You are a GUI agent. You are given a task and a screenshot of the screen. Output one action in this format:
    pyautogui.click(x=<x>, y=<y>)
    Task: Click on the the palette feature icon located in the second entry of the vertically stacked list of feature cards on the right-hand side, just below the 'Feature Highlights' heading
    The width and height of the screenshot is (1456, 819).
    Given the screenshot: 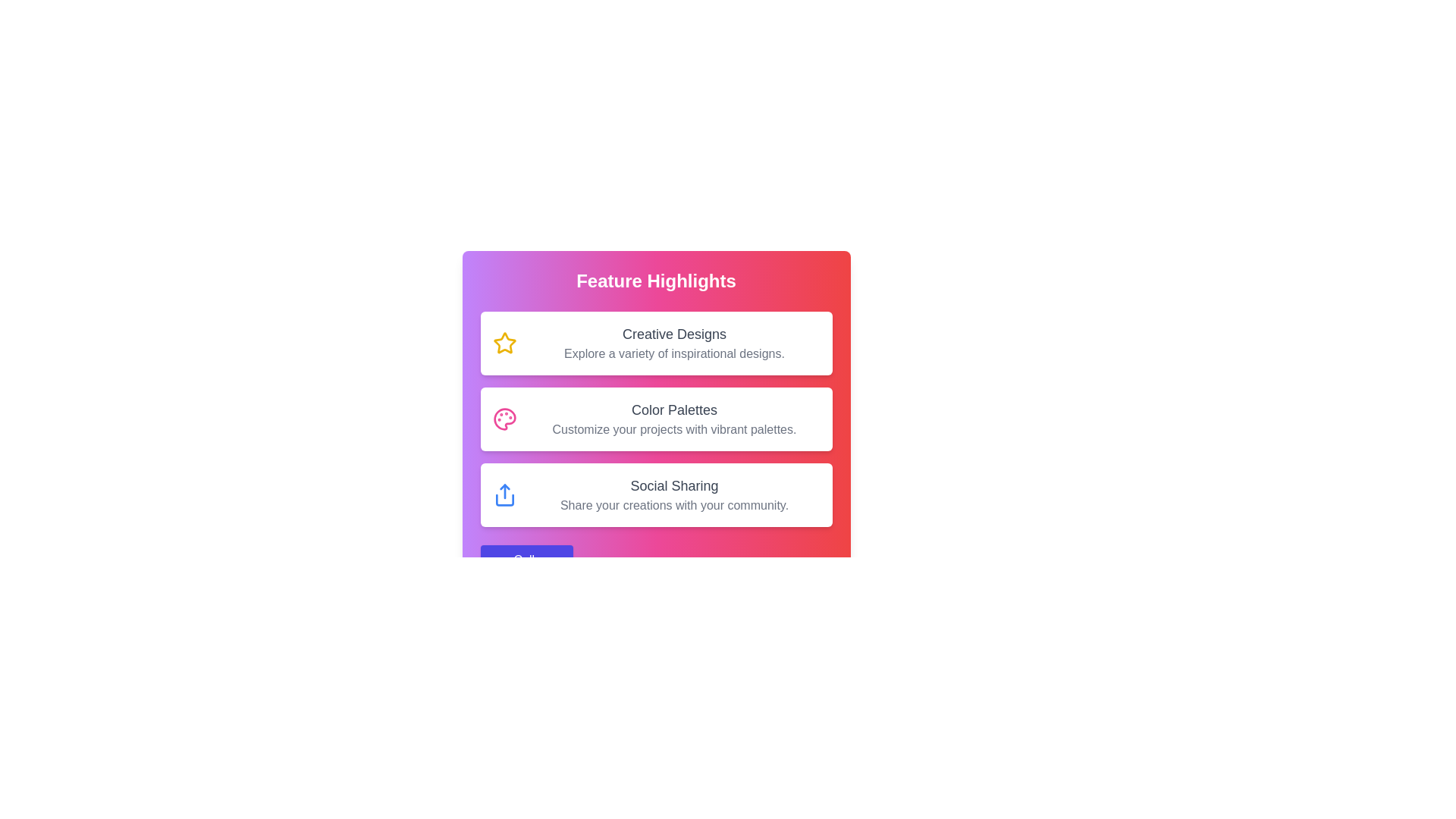 What is the action you would take?
    pyautogui.click(x=504, y=419)
    